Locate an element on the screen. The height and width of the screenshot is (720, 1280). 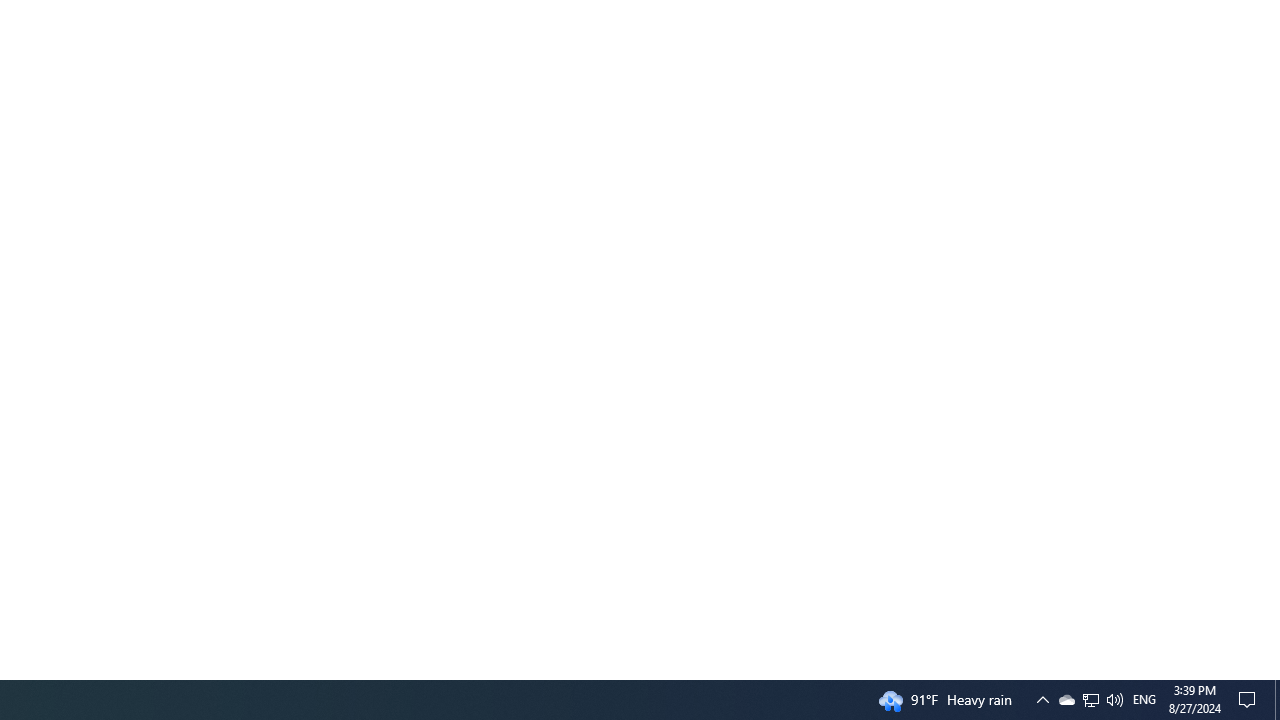
'Action Center, No new notifications' is located at coordinates (1250, 698).